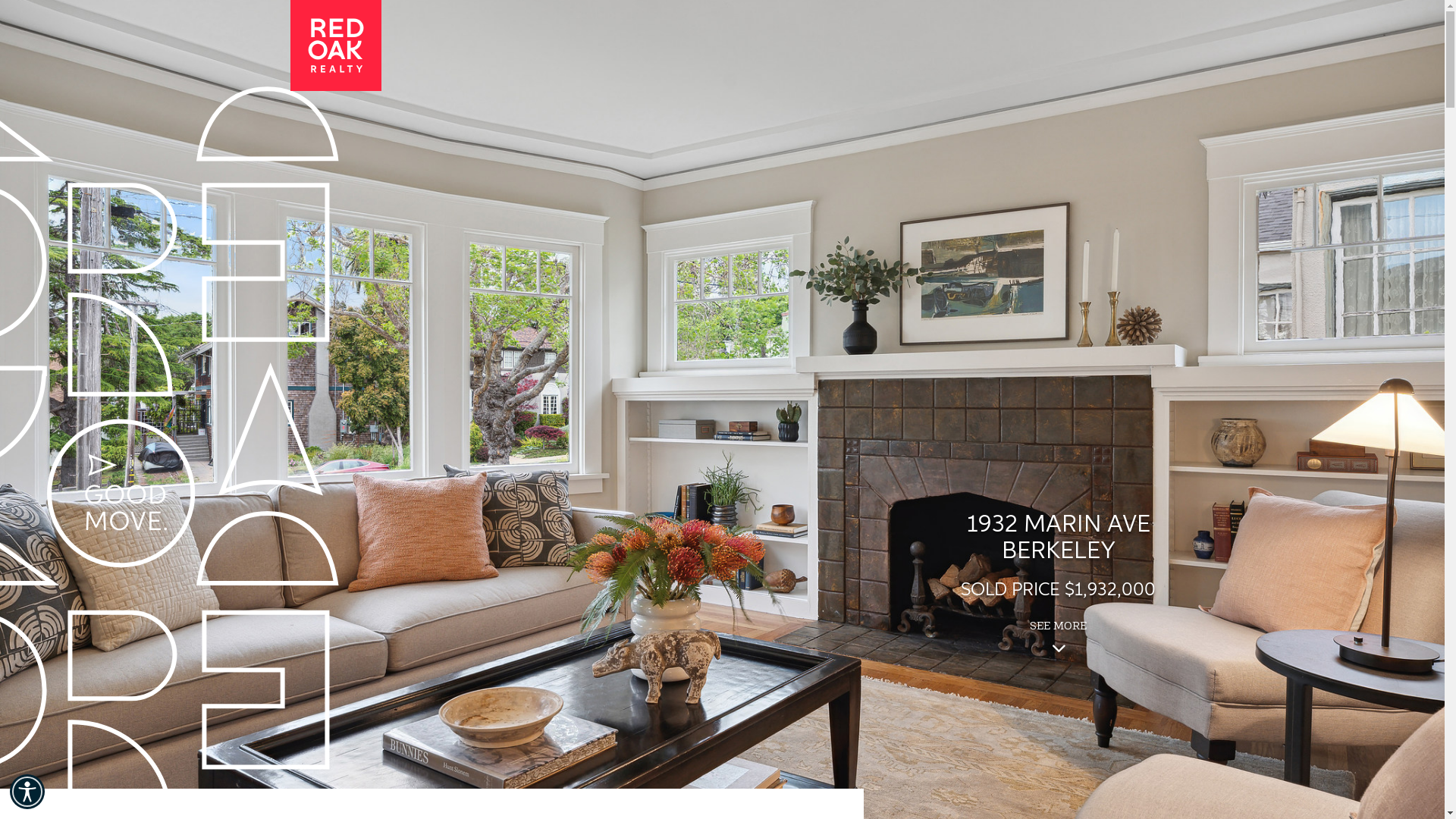  I want to click on 'Red Oak Realty', so click(334, 45).